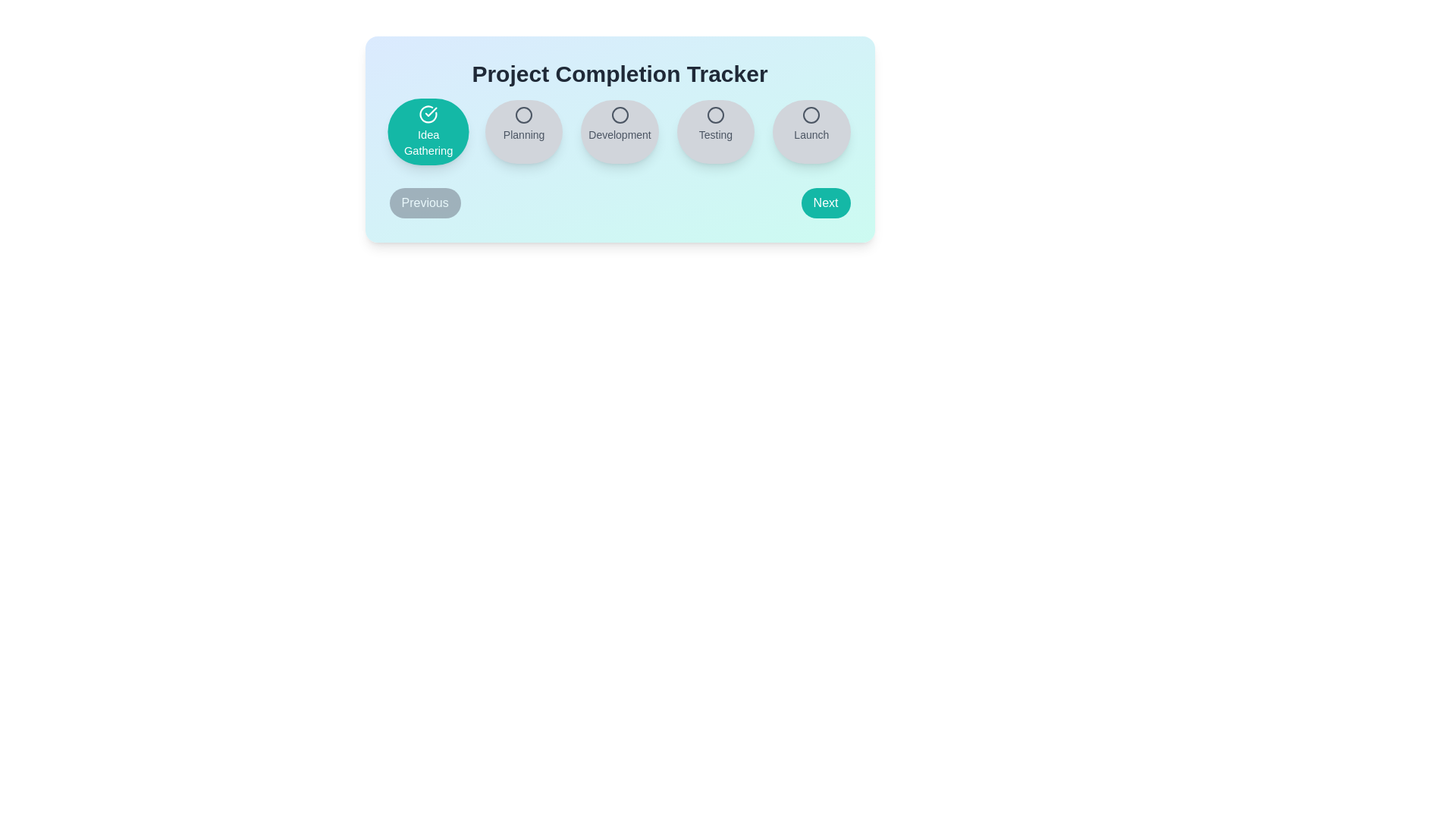 This screenshot has width=1456, height=819. What do you see at coordinates (714, 114) in the screenshot?
I see `the fourth status icon` at bounding box center [714, 114].